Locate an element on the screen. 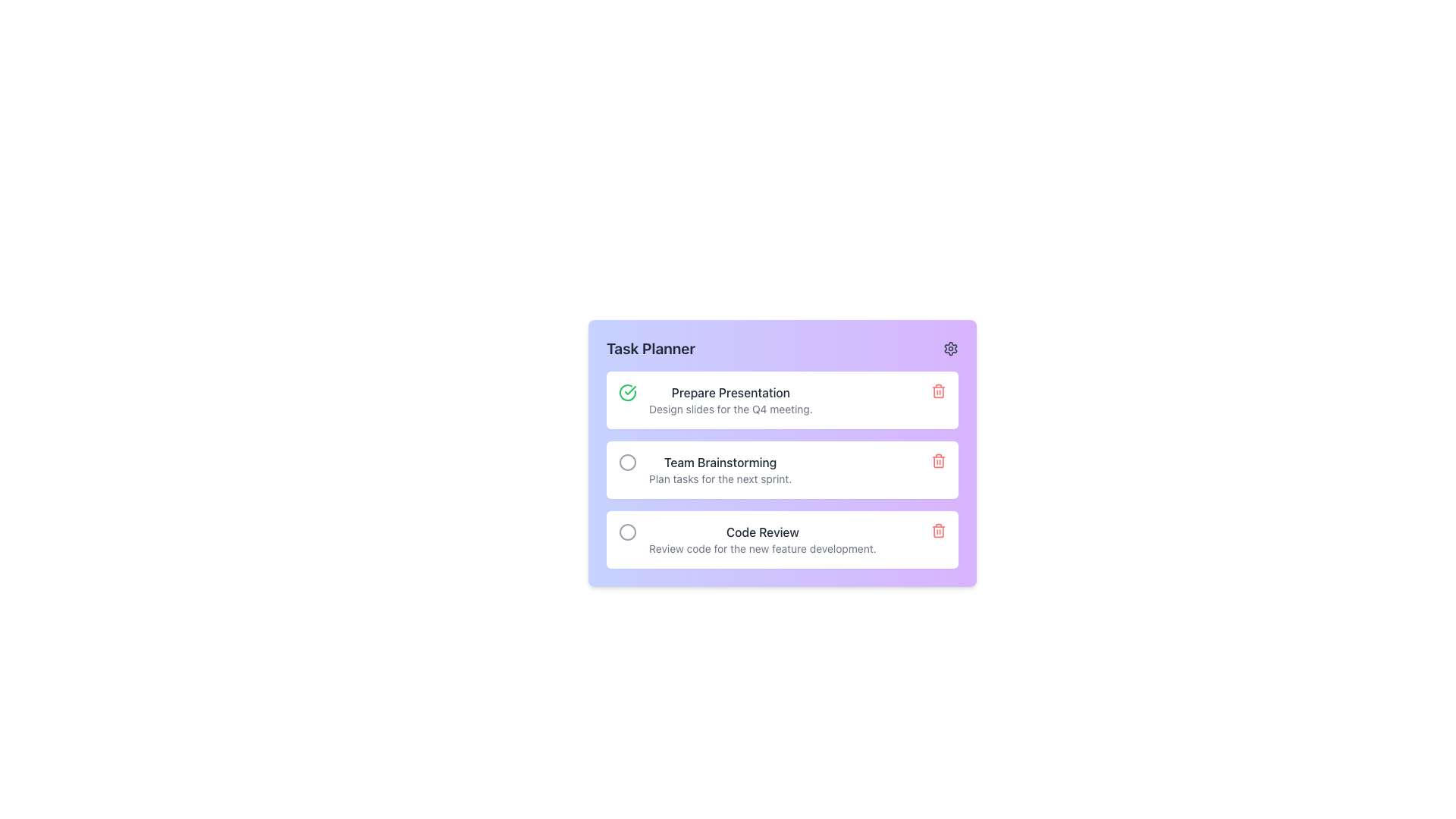 This screenshot has height=819, width=1456. the green circular icon with a checkmark symbol, located to the left of the 'Prepare Presentation' task title is located at coordinates (628, 391).